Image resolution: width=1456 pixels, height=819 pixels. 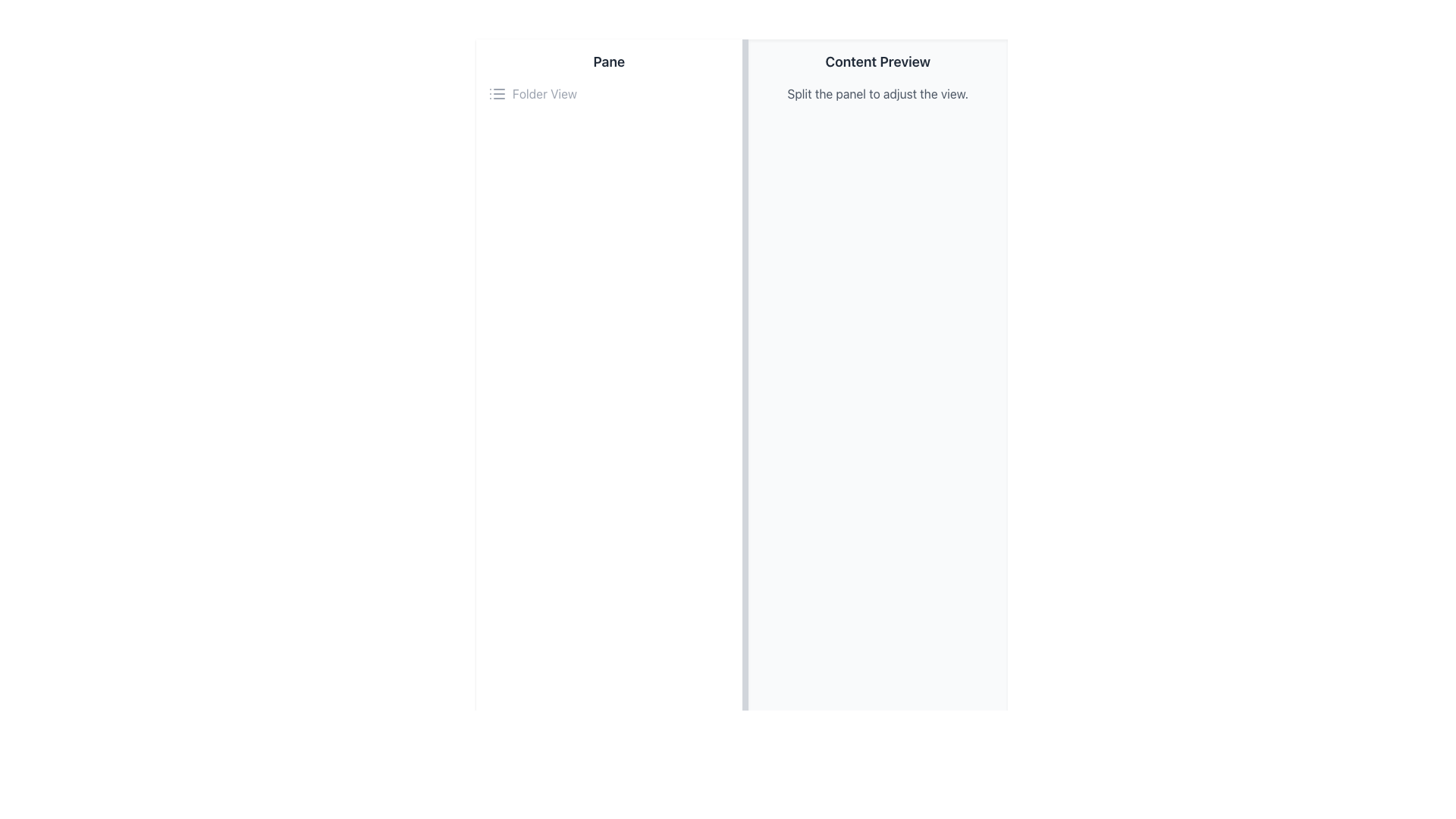 What do you see at coordinates (877, 61) in the screenshot?
I see `the 'Content Preview' text label, which is prominently displayed at the top of a panel section with a light gray background, using a large and bold dark gray font` at bounding box center [877, 61].